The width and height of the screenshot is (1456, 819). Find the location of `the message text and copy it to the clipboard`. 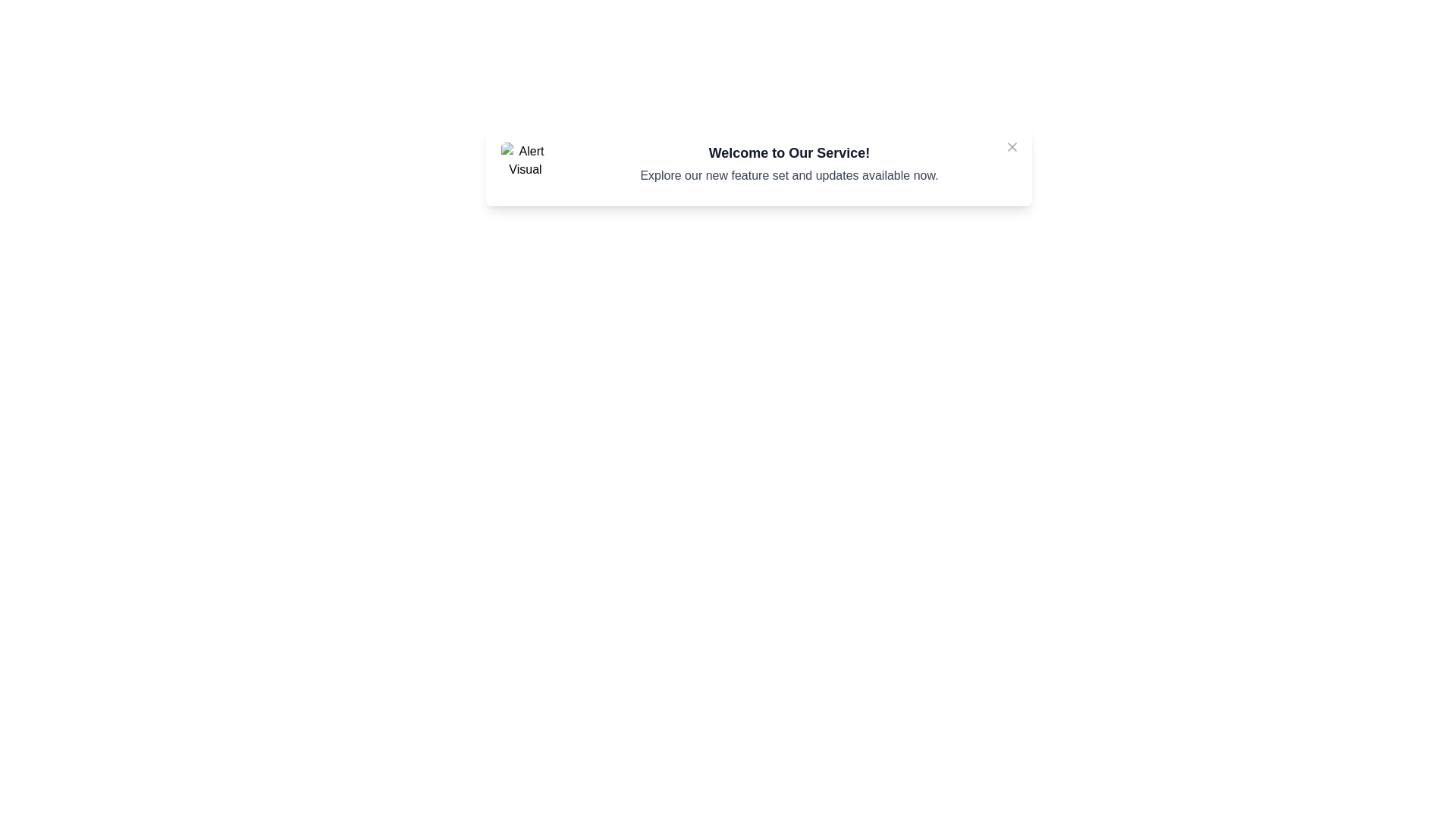

the message text and copy it to the clipboard is located at coordinates (560, 166).